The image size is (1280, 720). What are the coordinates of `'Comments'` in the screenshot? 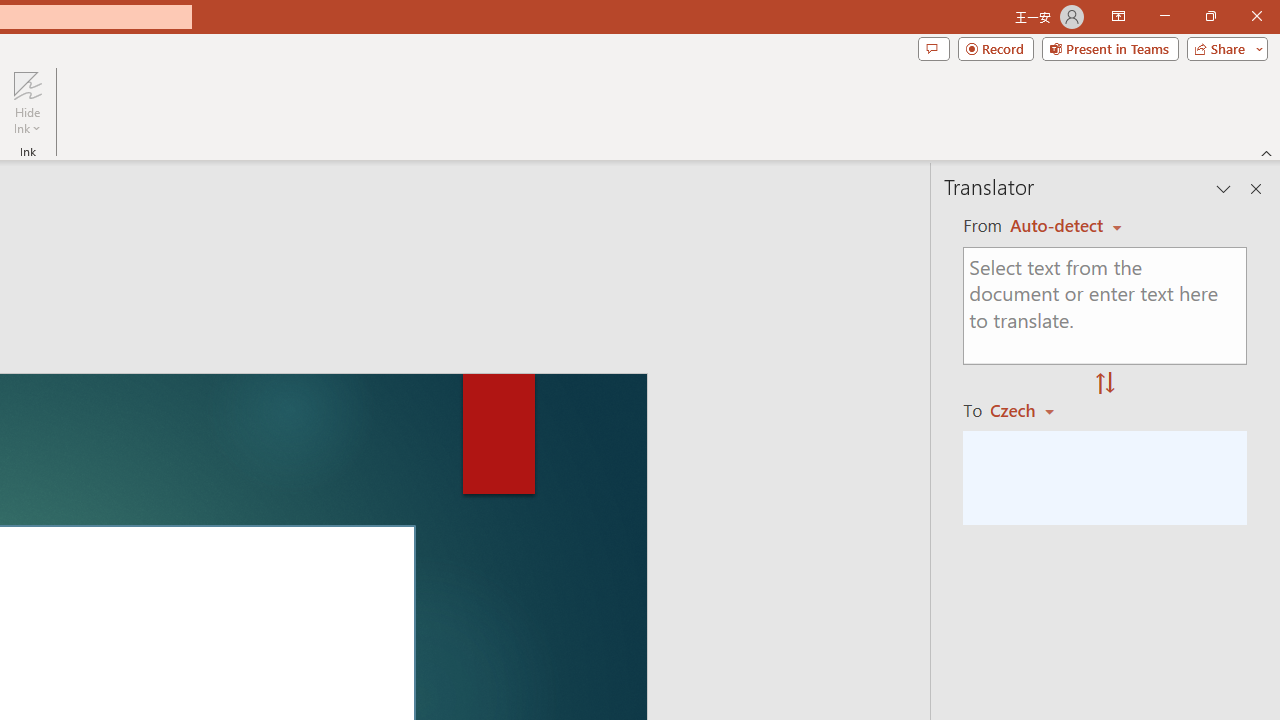 It's located at (932, 47).